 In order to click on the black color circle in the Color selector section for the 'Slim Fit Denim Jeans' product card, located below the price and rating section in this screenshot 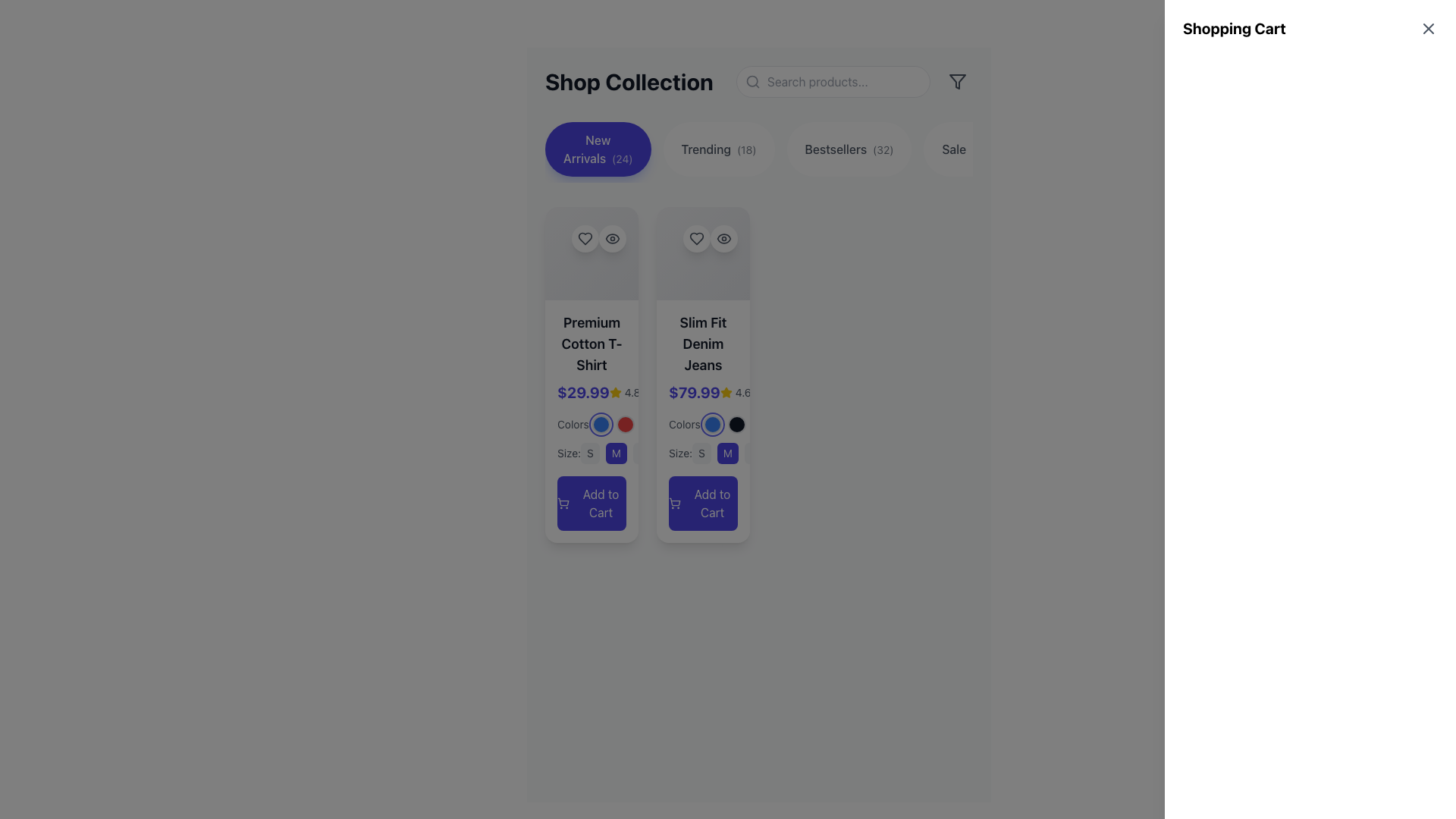, I will do `click(702, 424)`.